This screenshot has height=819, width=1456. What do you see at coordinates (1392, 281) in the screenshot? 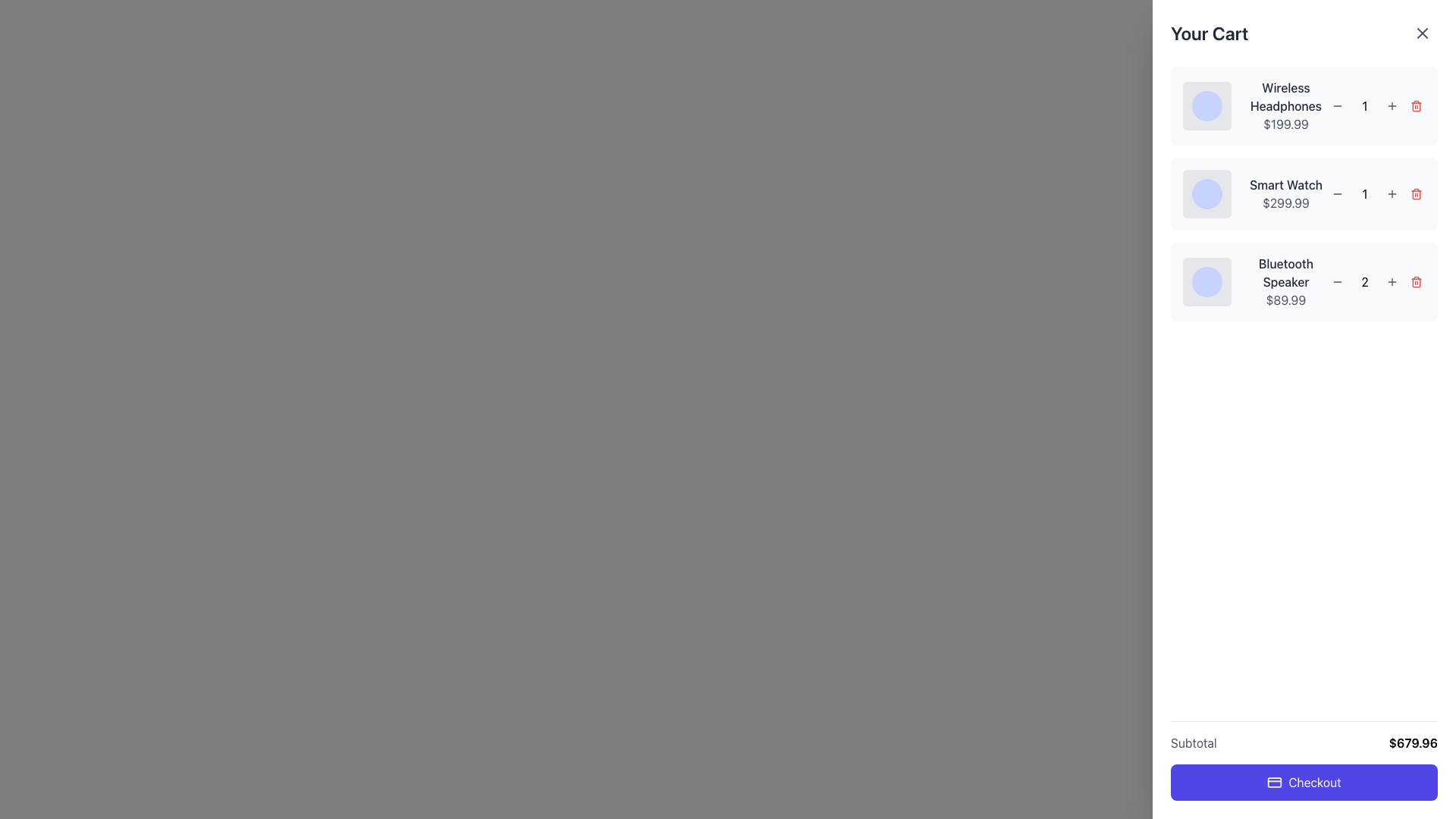
I see `the small plus icon with a gray outline inside the rounded button next to the 'Bluetooth Speaker' item in the shopping cart to increment the item quantity` at bounding box center [1392, 281].